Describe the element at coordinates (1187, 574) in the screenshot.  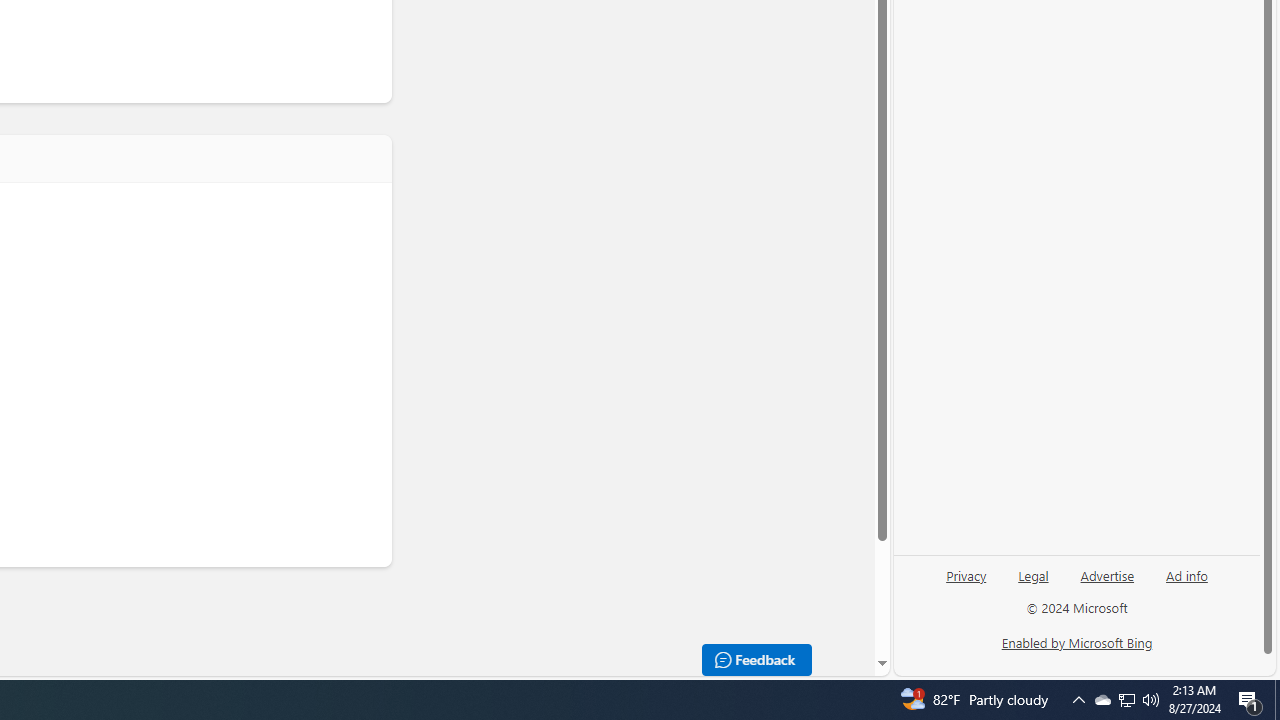
I see `'Ad info'` at that location.